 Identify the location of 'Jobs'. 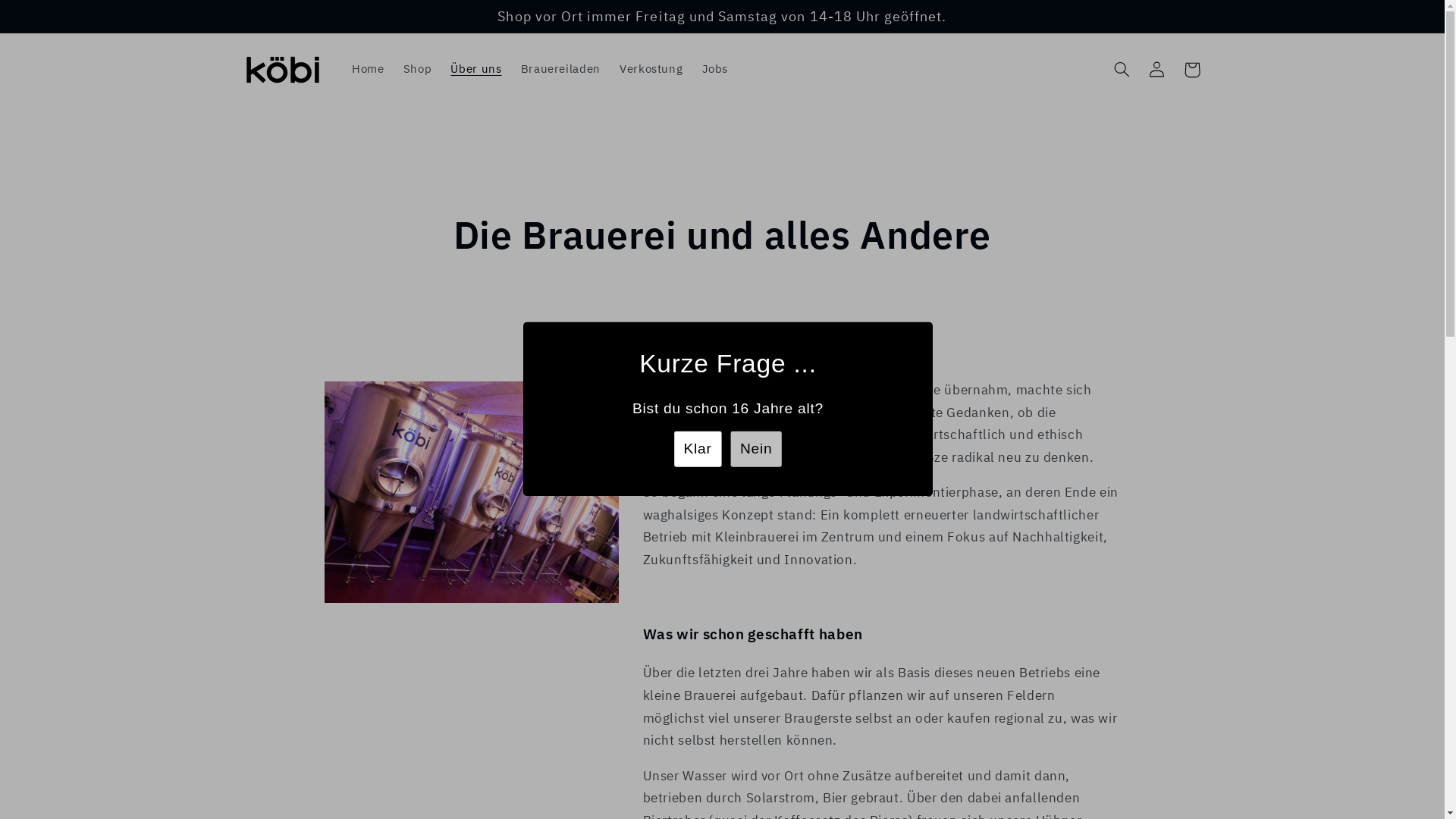
(714, 70).